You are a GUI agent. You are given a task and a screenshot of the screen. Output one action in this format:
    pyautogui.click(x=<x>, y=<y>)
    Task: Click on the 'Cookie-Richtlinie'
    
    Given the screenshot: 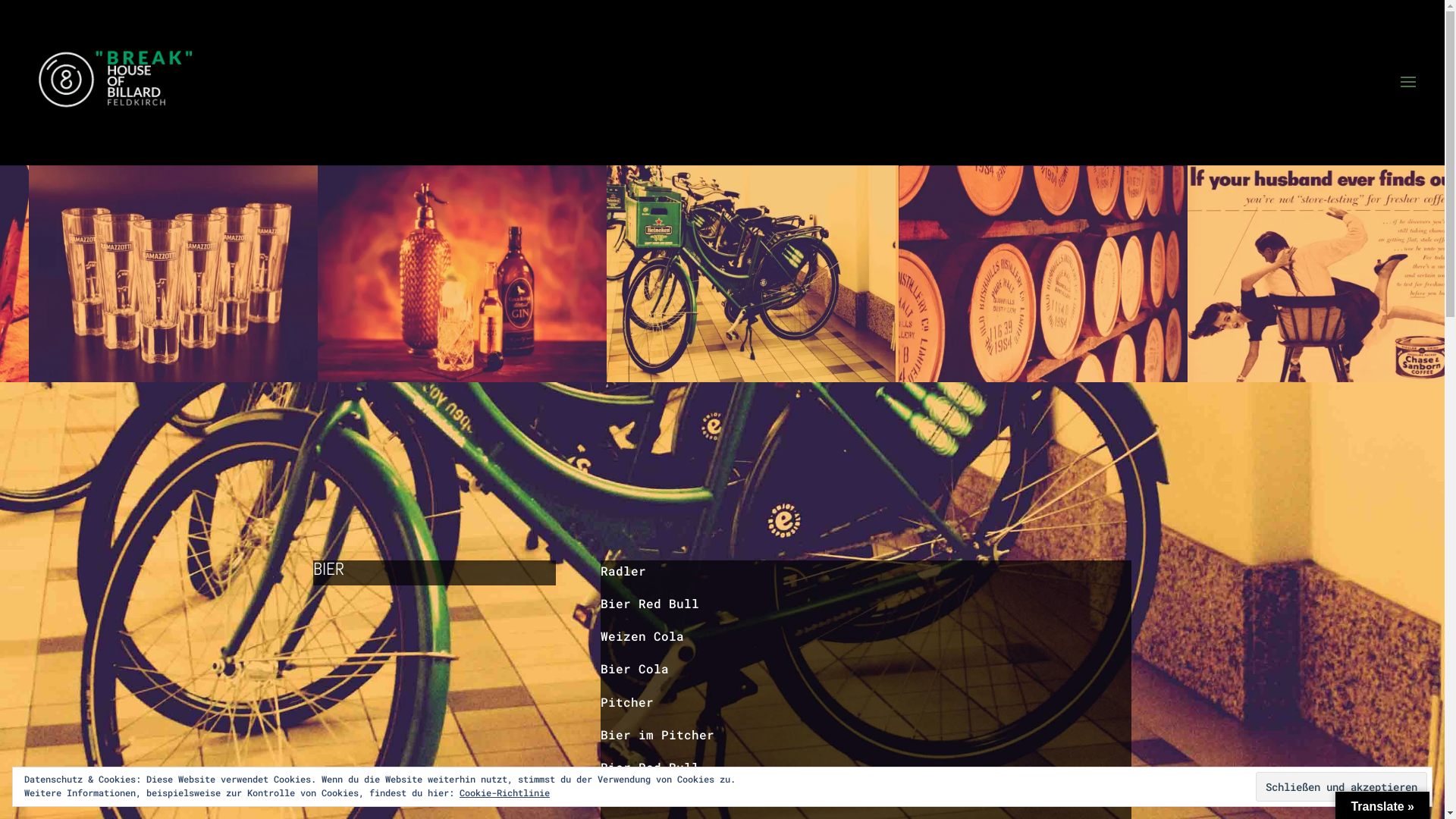 What is the action you would take?
    pyautogui.click(x=458, y=792)
    